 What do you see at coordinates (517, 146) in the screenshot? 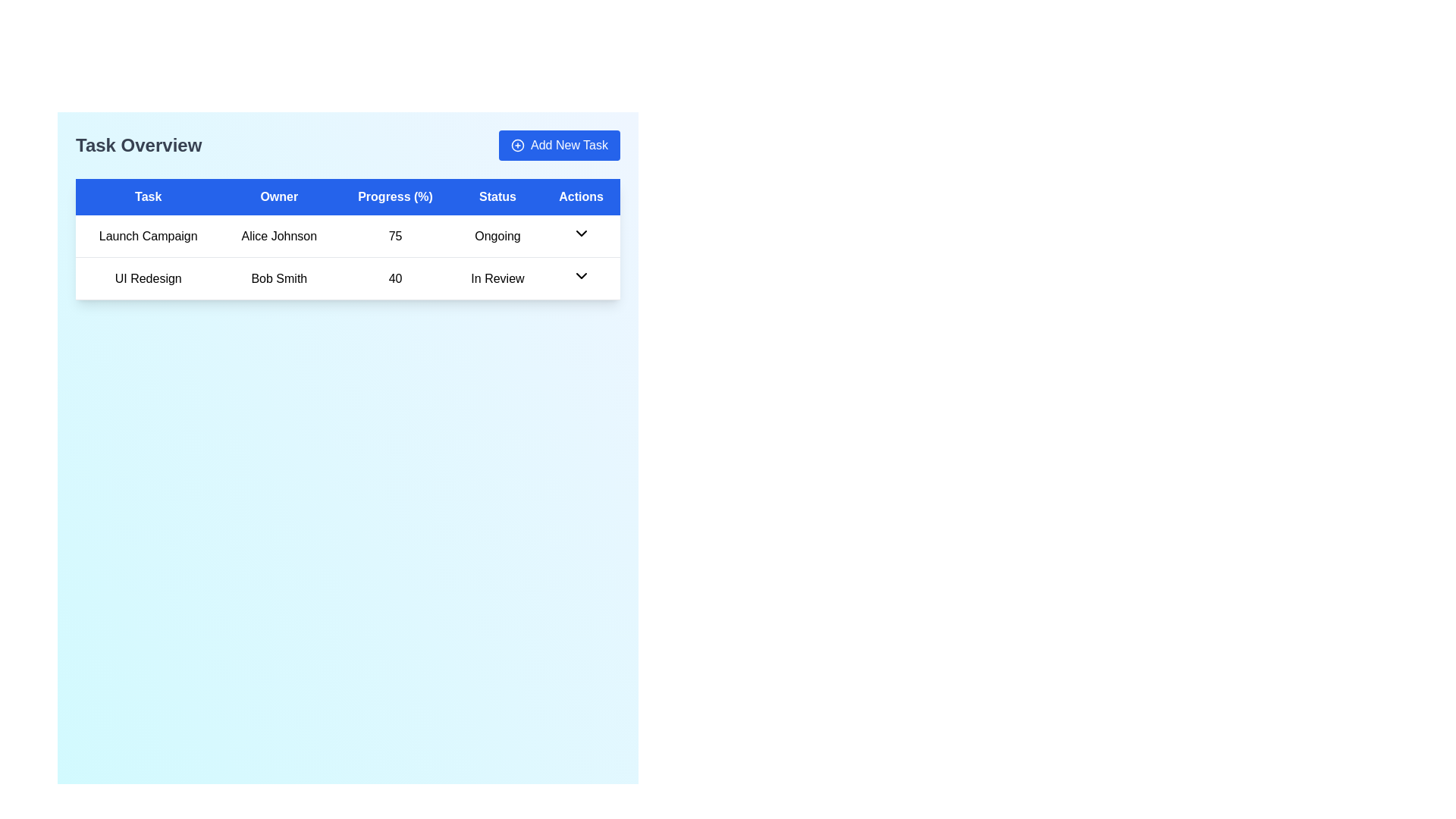
I see `the circular icon with a dark outline and centered plus sign, located to the left of the 'Add New Task' button in the top-right corner of the page` at bounding box center [517, 146].